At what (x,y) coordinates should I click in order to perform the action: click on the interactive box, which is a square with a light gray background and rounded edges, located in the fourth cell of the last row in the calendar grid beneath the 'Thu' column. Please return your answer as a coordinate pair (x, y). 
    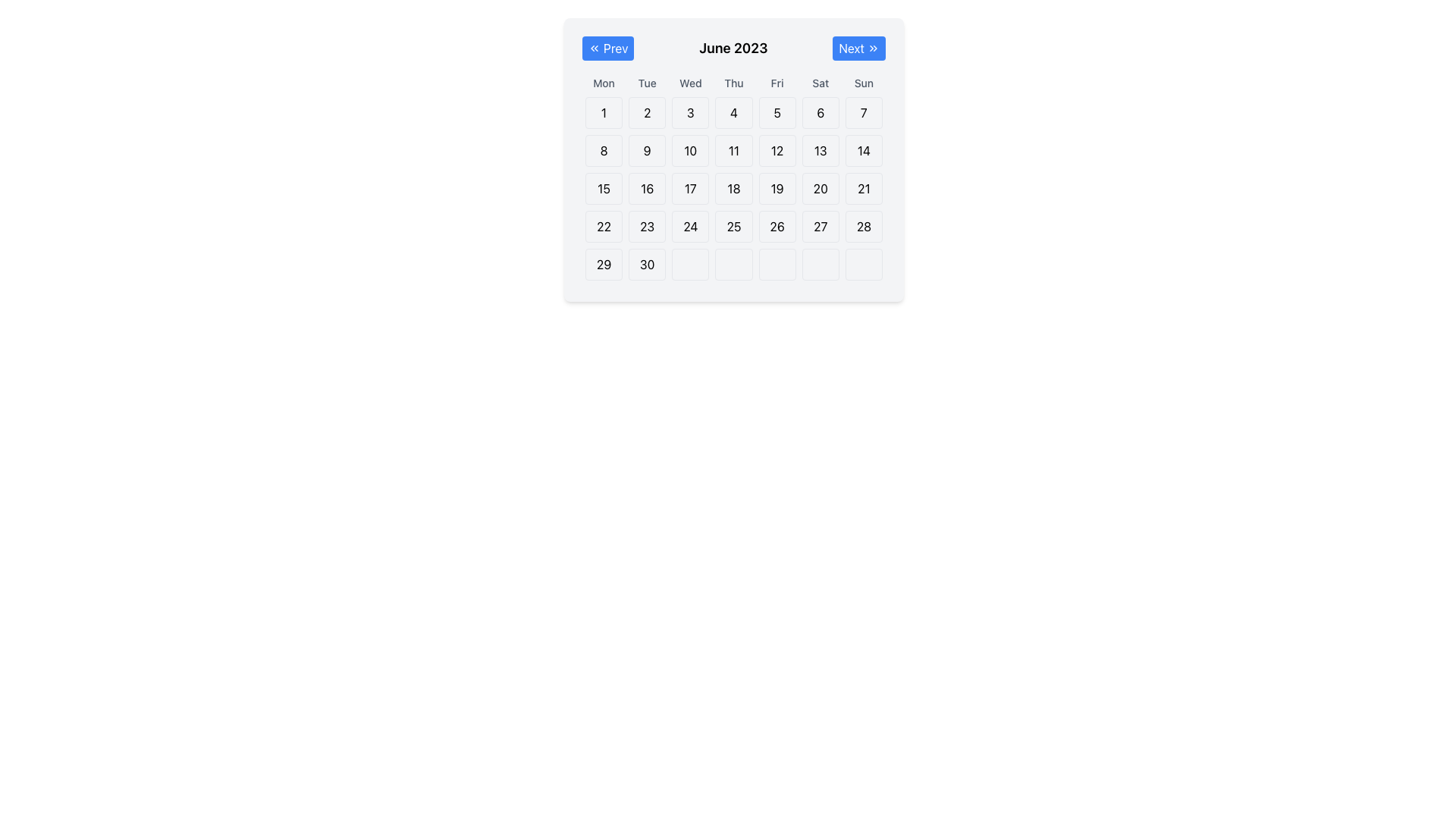
    Looking at the image, I should click on (734, 263).